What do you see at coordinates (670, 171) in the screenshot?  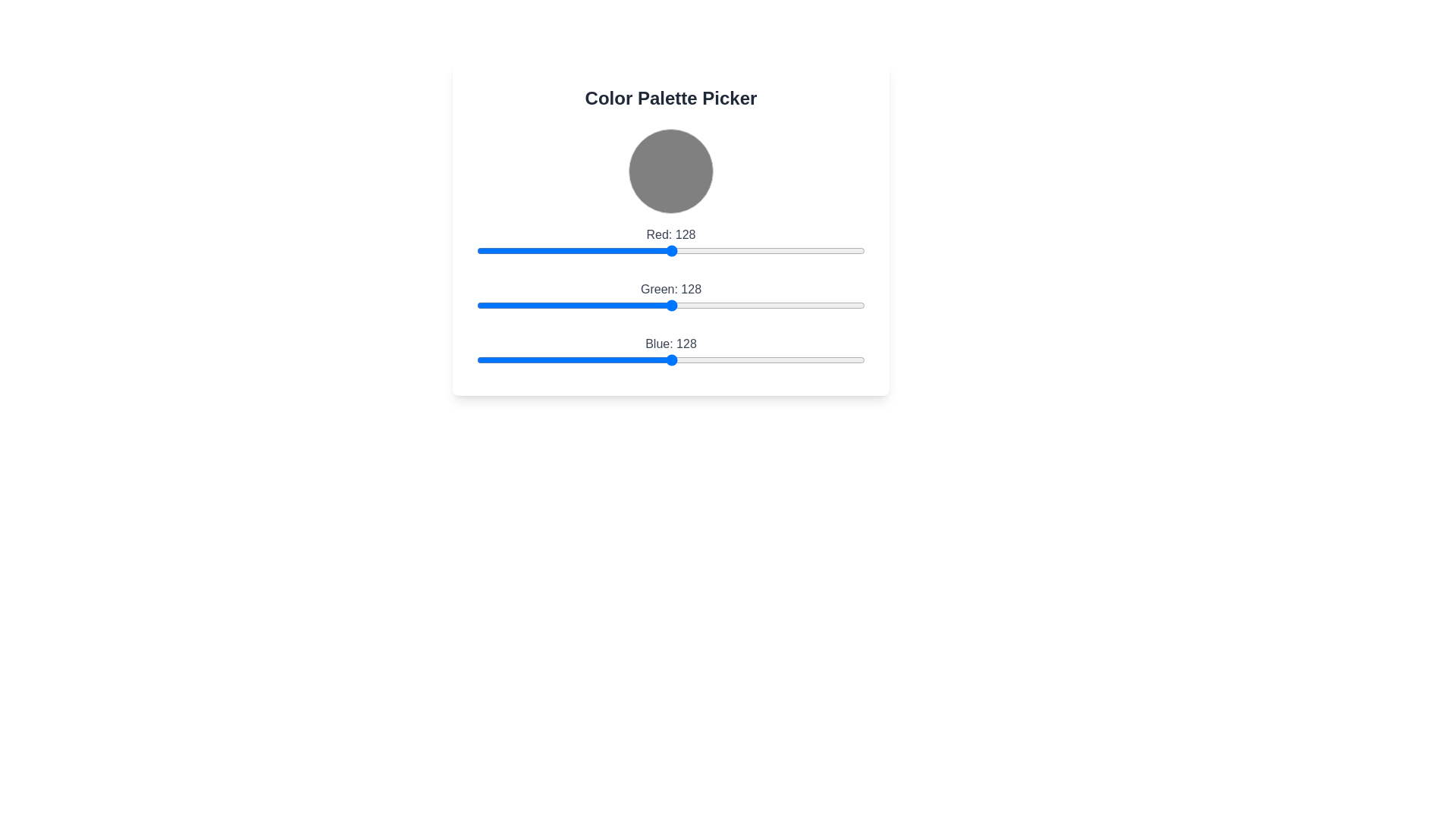 I see `the Circular color display, which is a circular area with a gray background located below the 'Color Palette Picker' title` at bounding box center [670, 171].